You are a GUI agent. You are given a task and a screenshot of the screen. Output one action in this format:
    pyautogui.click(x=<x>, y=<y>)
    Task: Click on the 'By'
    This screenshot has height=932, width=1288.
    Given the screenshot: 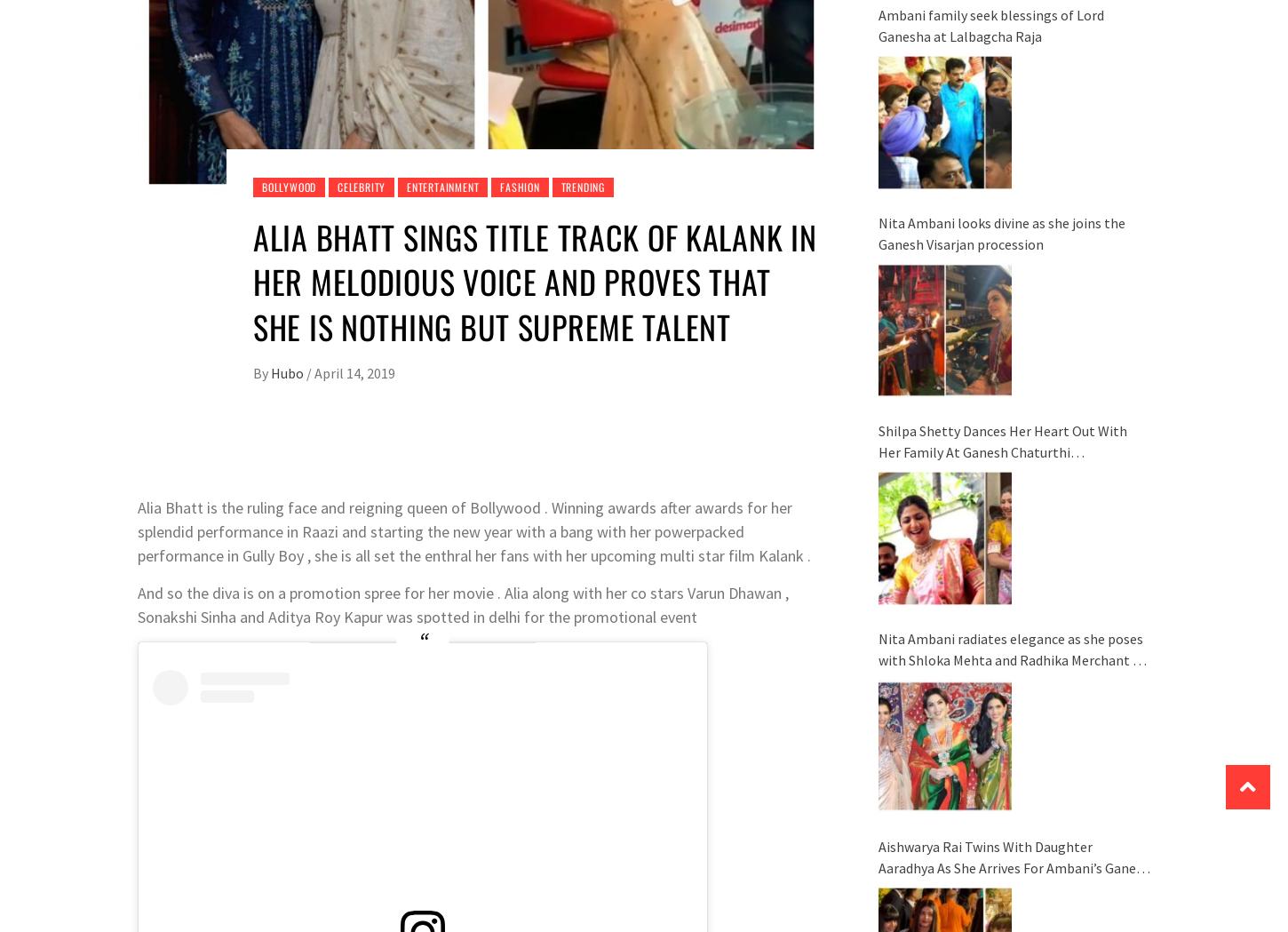 What is the action you would take?
    pyautogui.click(x=260, y=370)
    